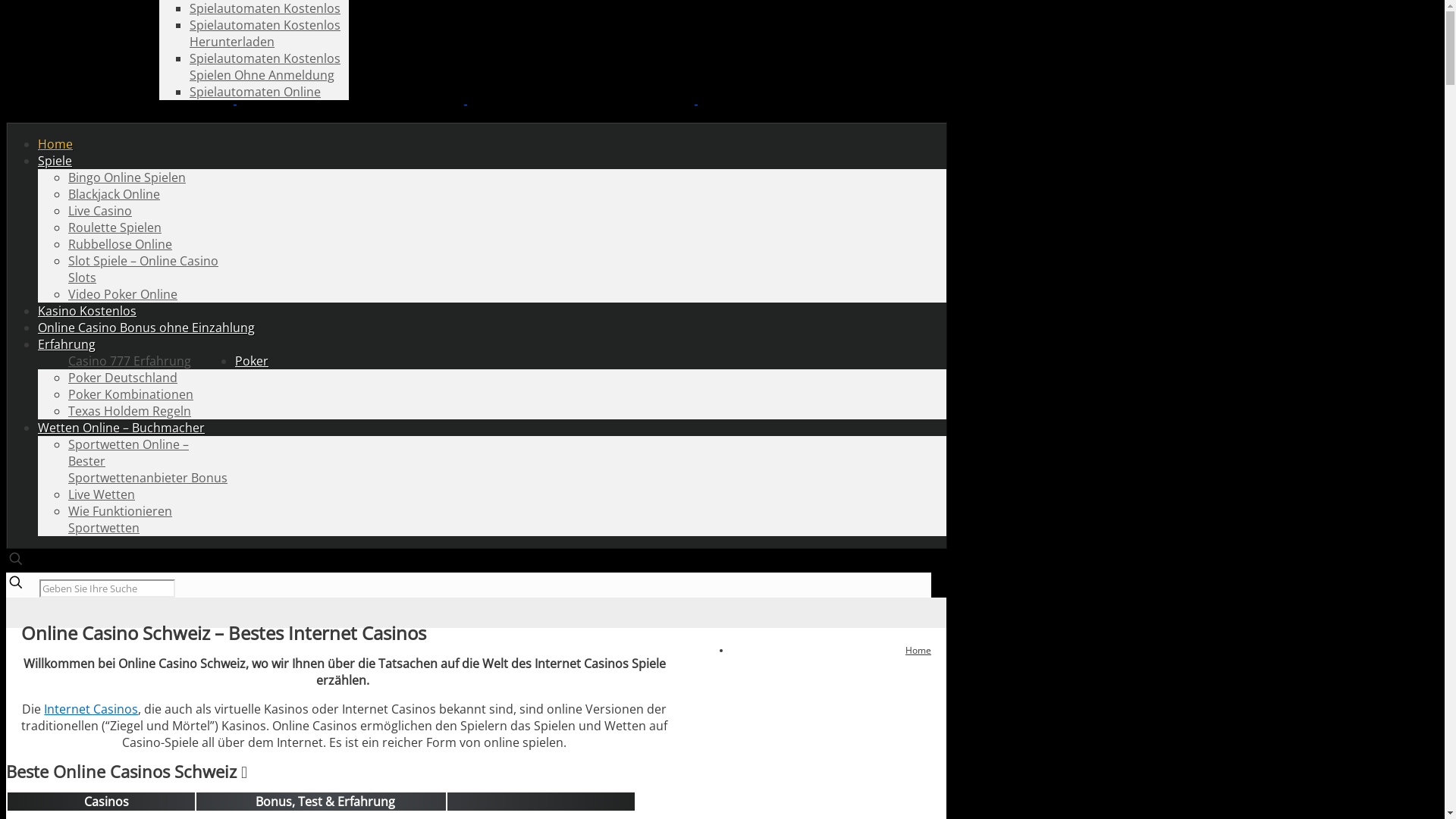 The height and width of the screenshot is (819, 1456). Describe the element at coordinates (255, 91) in the screenshot. I see `'Spielautomaten Online'` at that location.